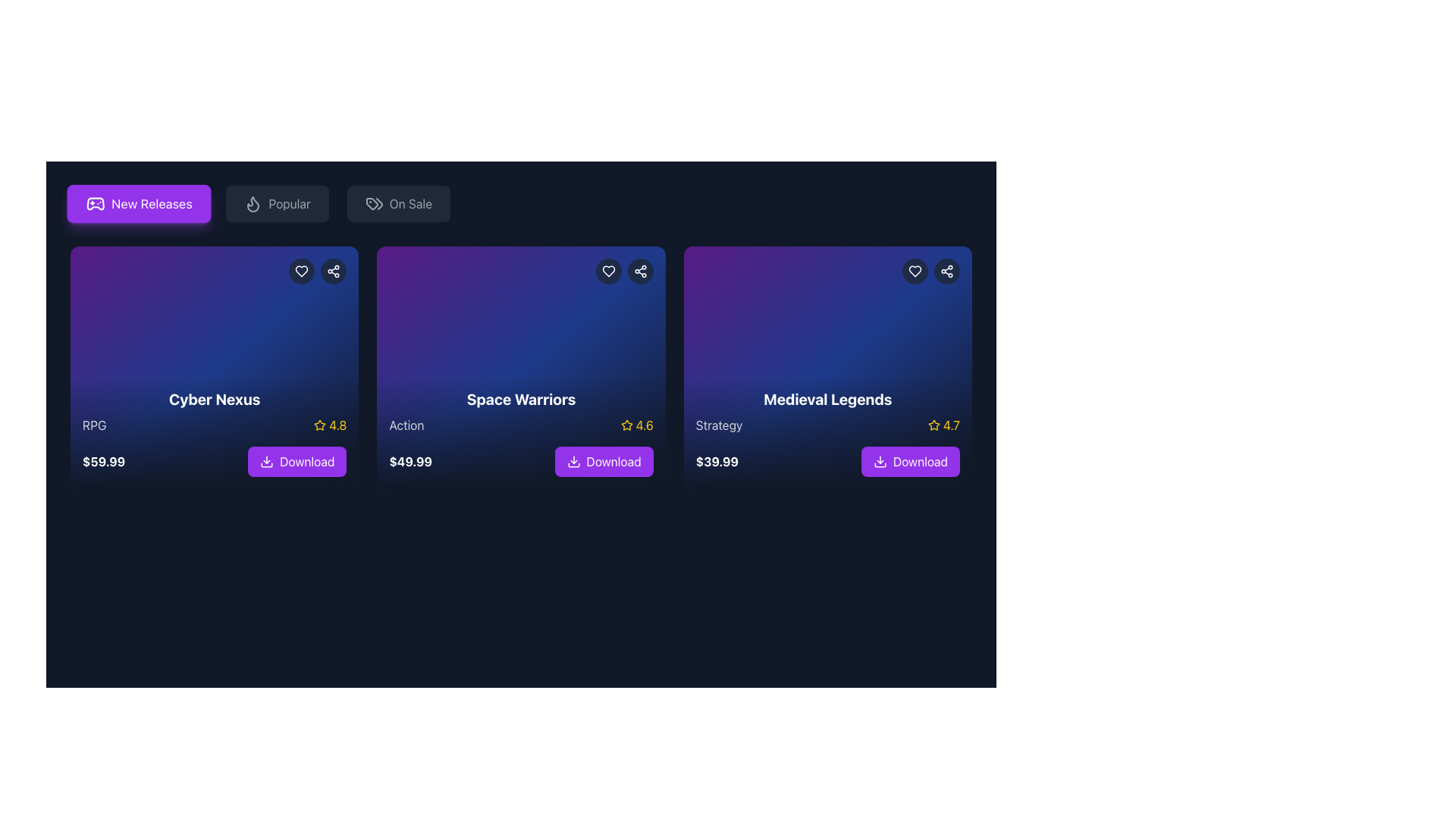 The height and width of the screenshot is (819, 1456). What do you see at coordinates (214, 399) in the screenshot?
I see `the text label element representing the title 'Cyber Nexus' in the first card of the horizontally aligned list` at bounding box center [214, 399].